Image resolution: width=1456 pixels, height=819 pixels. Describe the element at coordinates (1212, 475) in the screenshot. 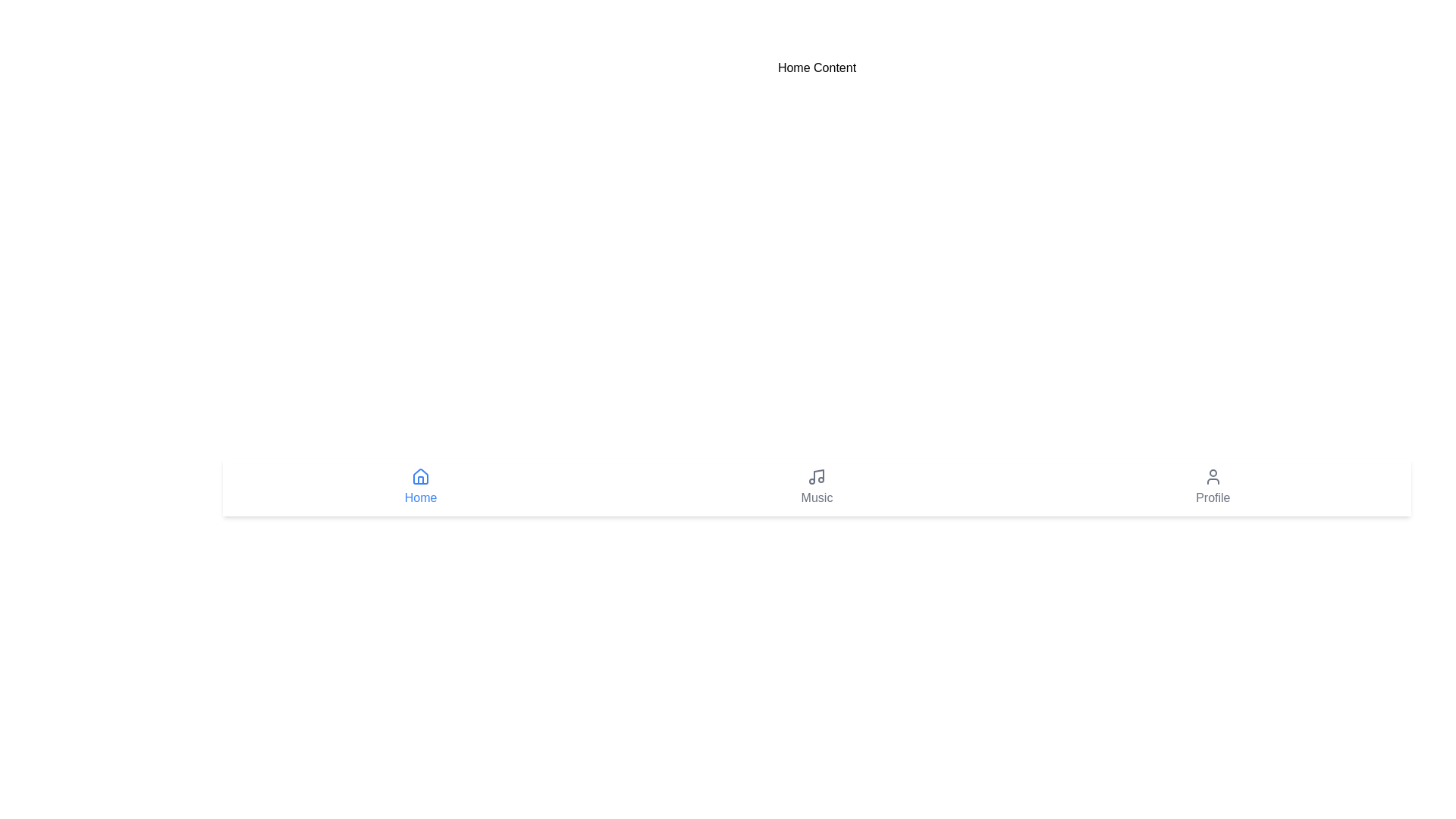

I see `the Profile icon located in the bottom navigation bar, which serves as a navigational aid to the user's profile section` at that location.